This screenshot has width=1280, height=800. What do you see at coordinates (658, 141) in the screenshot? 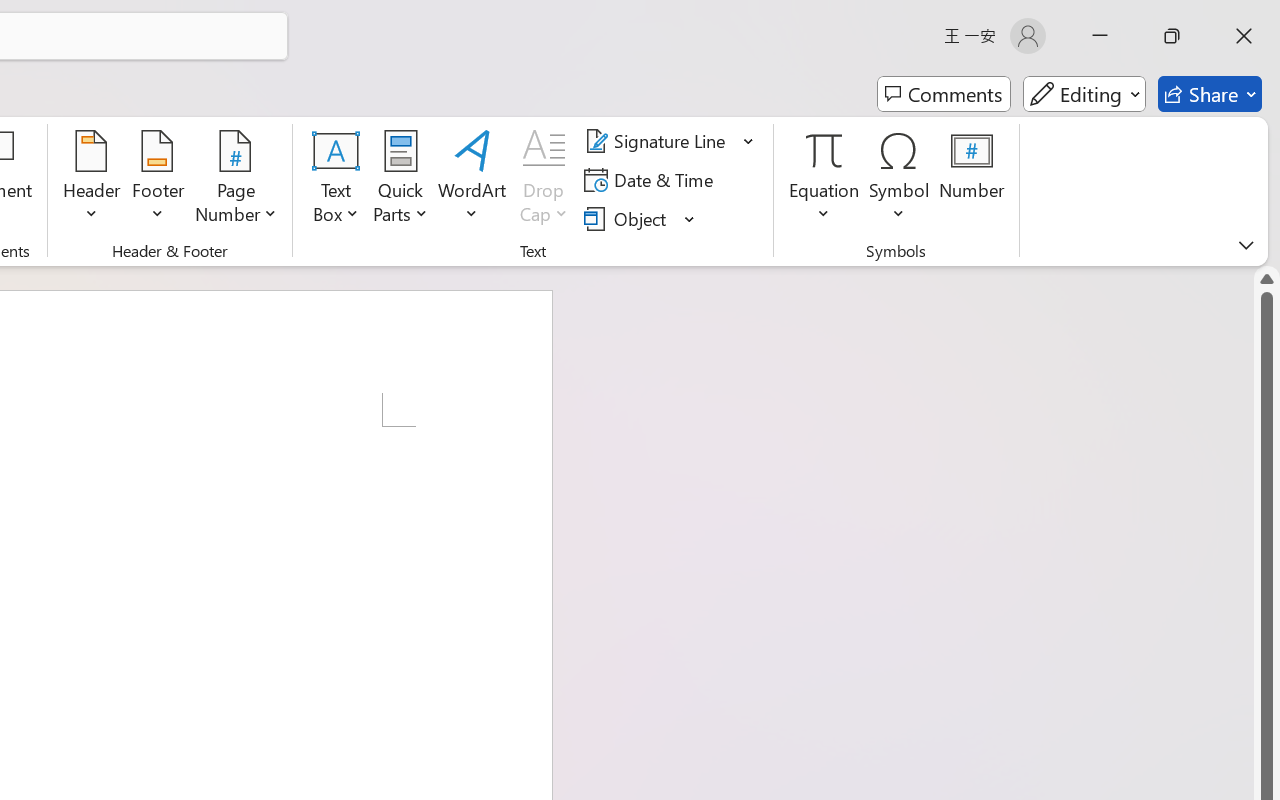
I see `'Signature Line'` at bounding box center [658, 141].